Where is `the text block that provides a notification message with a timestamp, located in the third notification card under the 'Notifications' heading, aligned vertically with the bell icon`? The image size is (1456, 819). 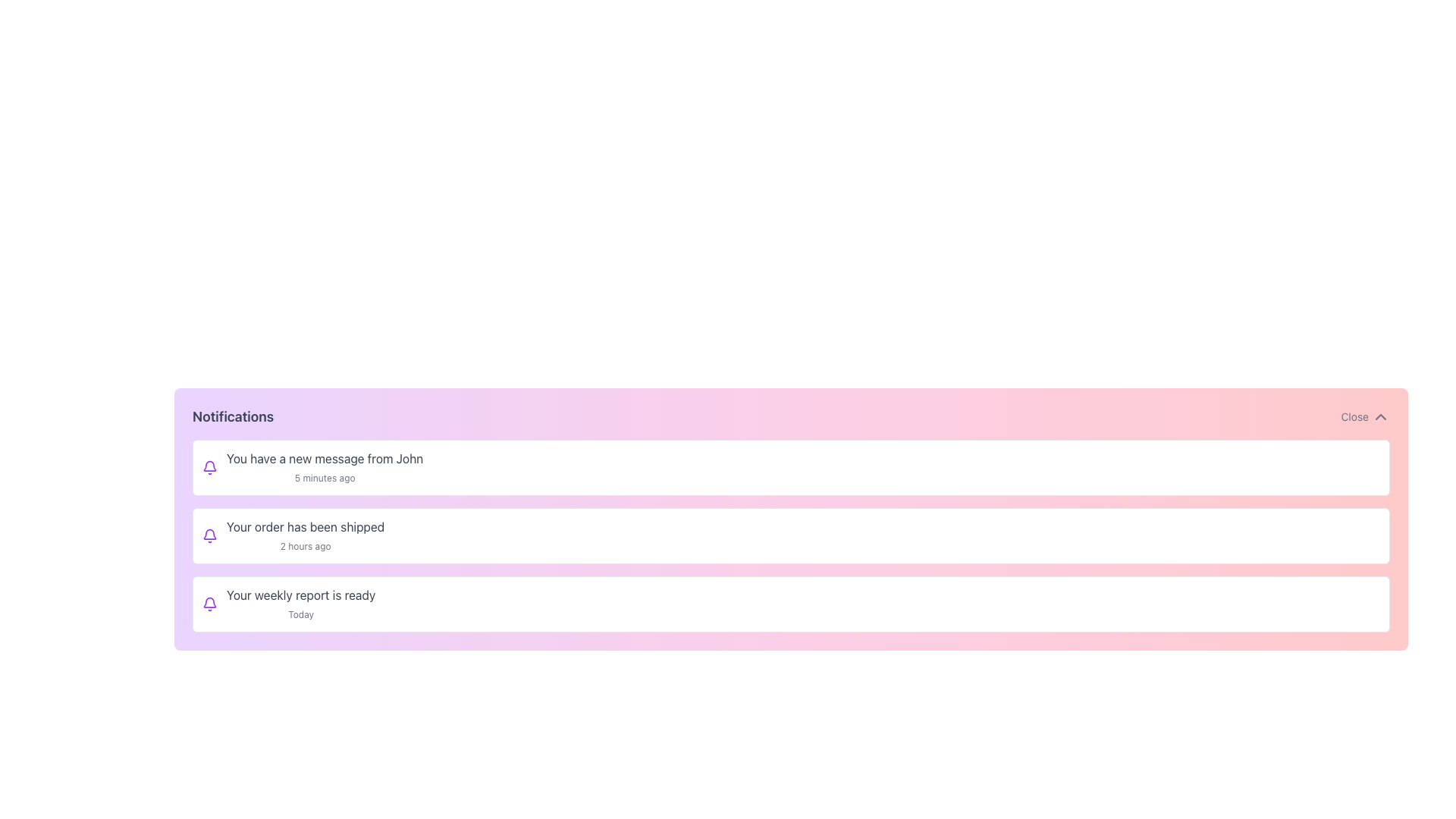 the text block that provides a notification message with a timestamp, located in the third notification card under the 'Notifications' heading, aligned vertically with the bell icon is located at coordinates (301, 604).